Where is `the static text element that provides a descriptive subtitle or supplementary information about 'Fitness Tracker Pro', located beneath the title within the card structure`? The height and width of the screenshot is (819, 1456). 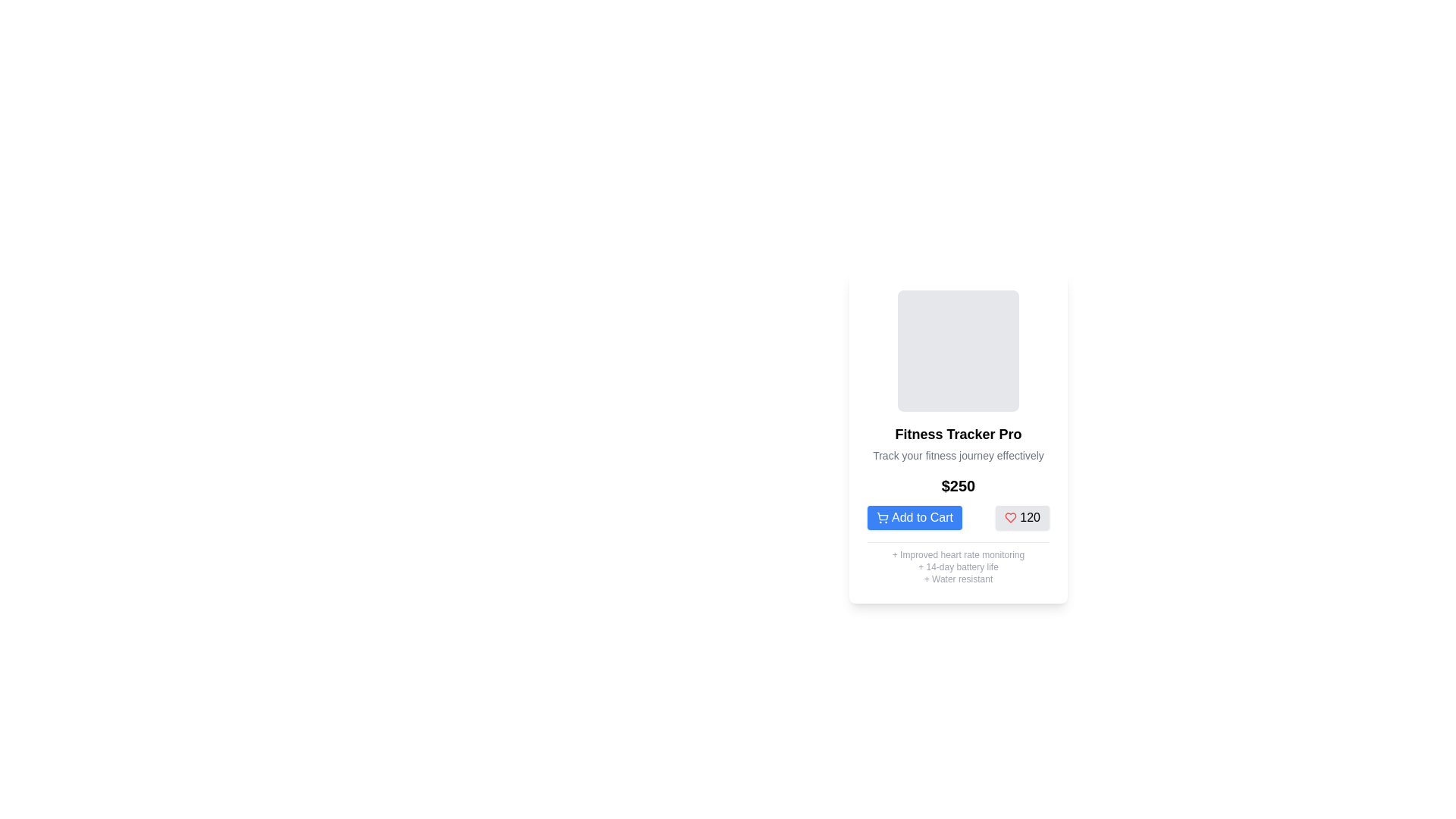 the static text element that provides a descriptive subtitle or supplementary information about 'Fitness Tracker Pro', located beneath the title within the card structure is located at coordinates (957, 455).